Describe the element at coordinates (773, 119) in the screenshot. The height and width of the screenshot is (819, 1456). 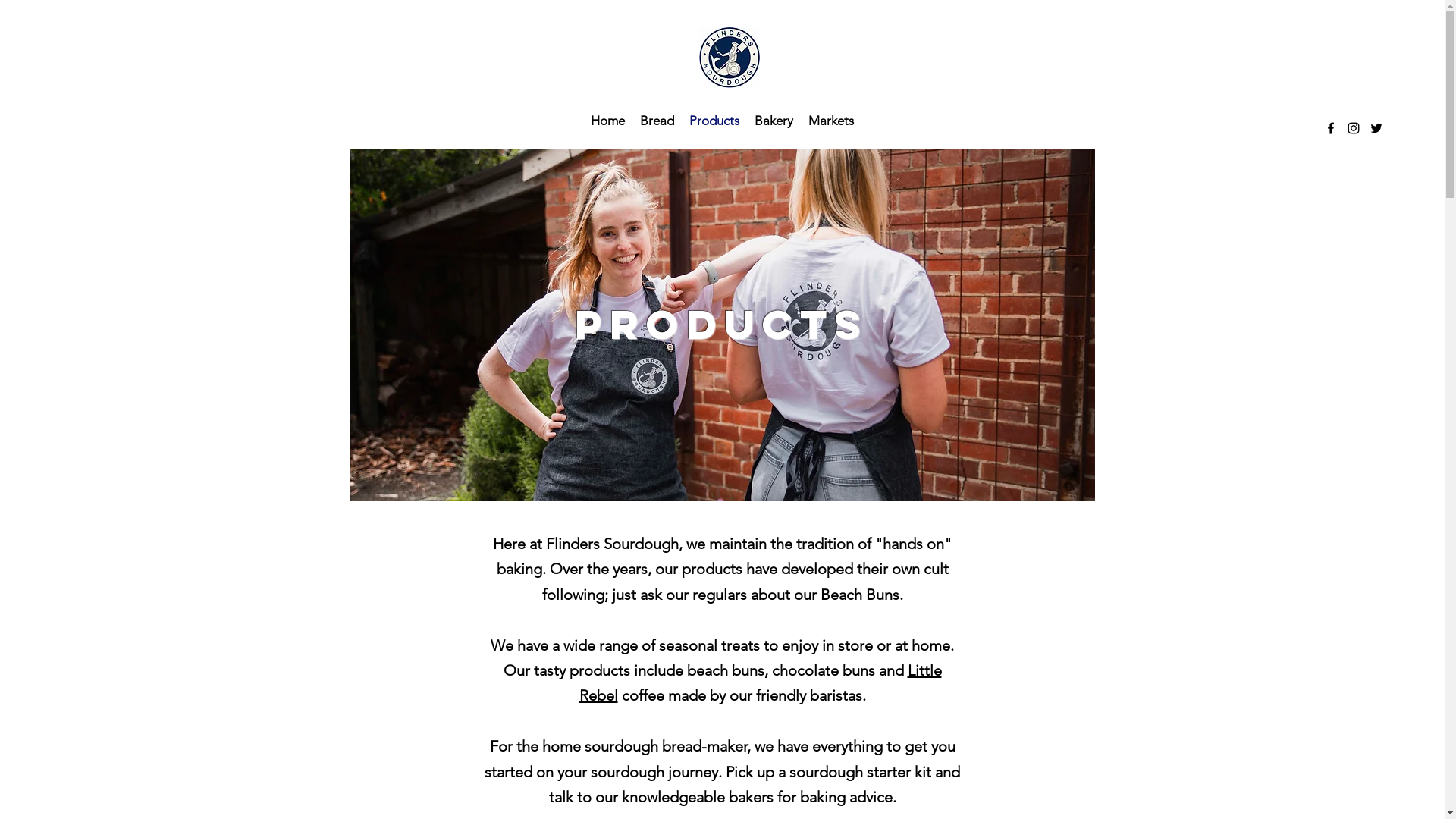
I see `'Bakery'` at that location.